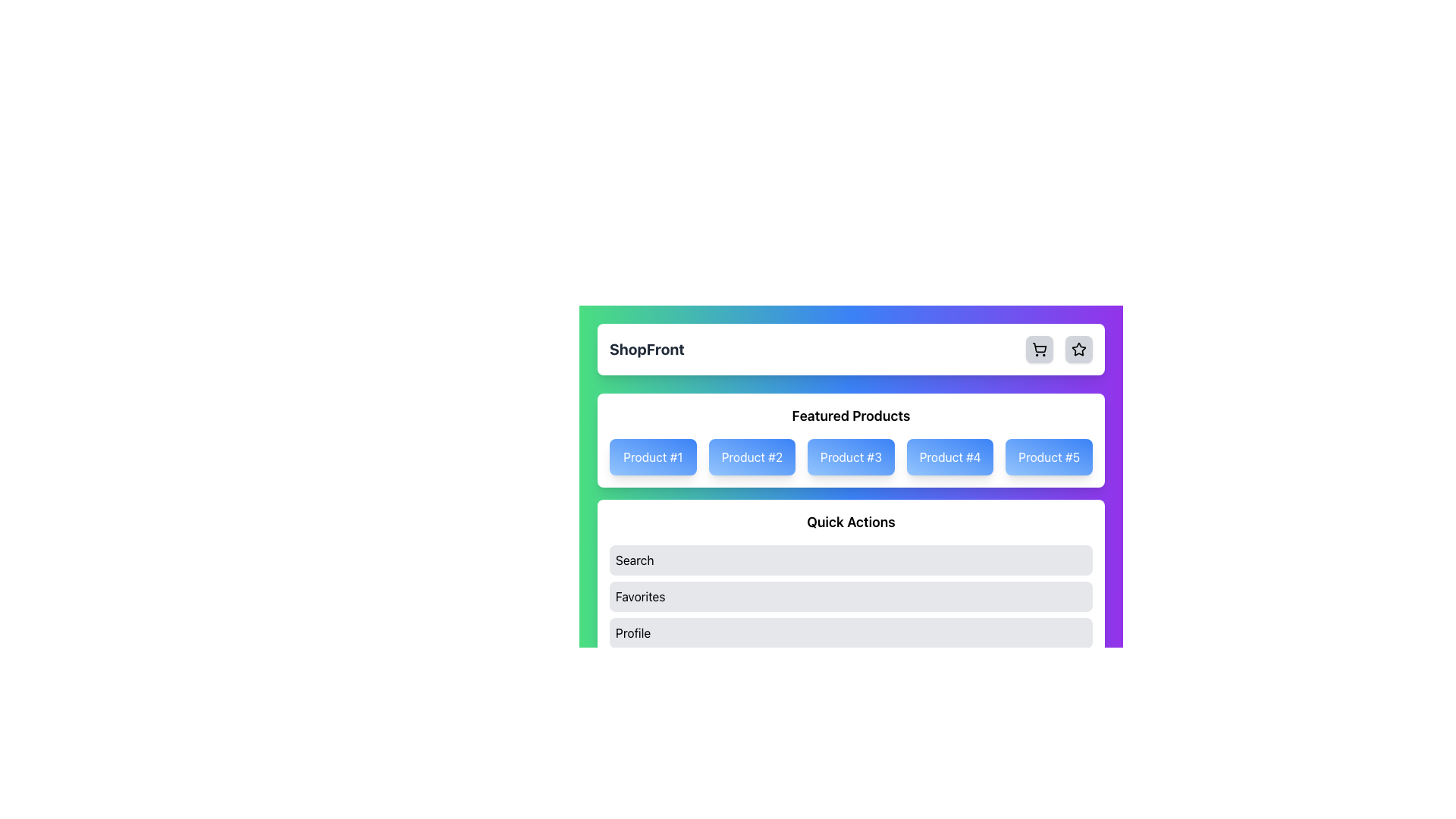 The image size is (1456, 819). I want to click on the second button in the 'Featured Products' section, which is related to 'Product #2', to observe the interactive effects, so click(752, 456).